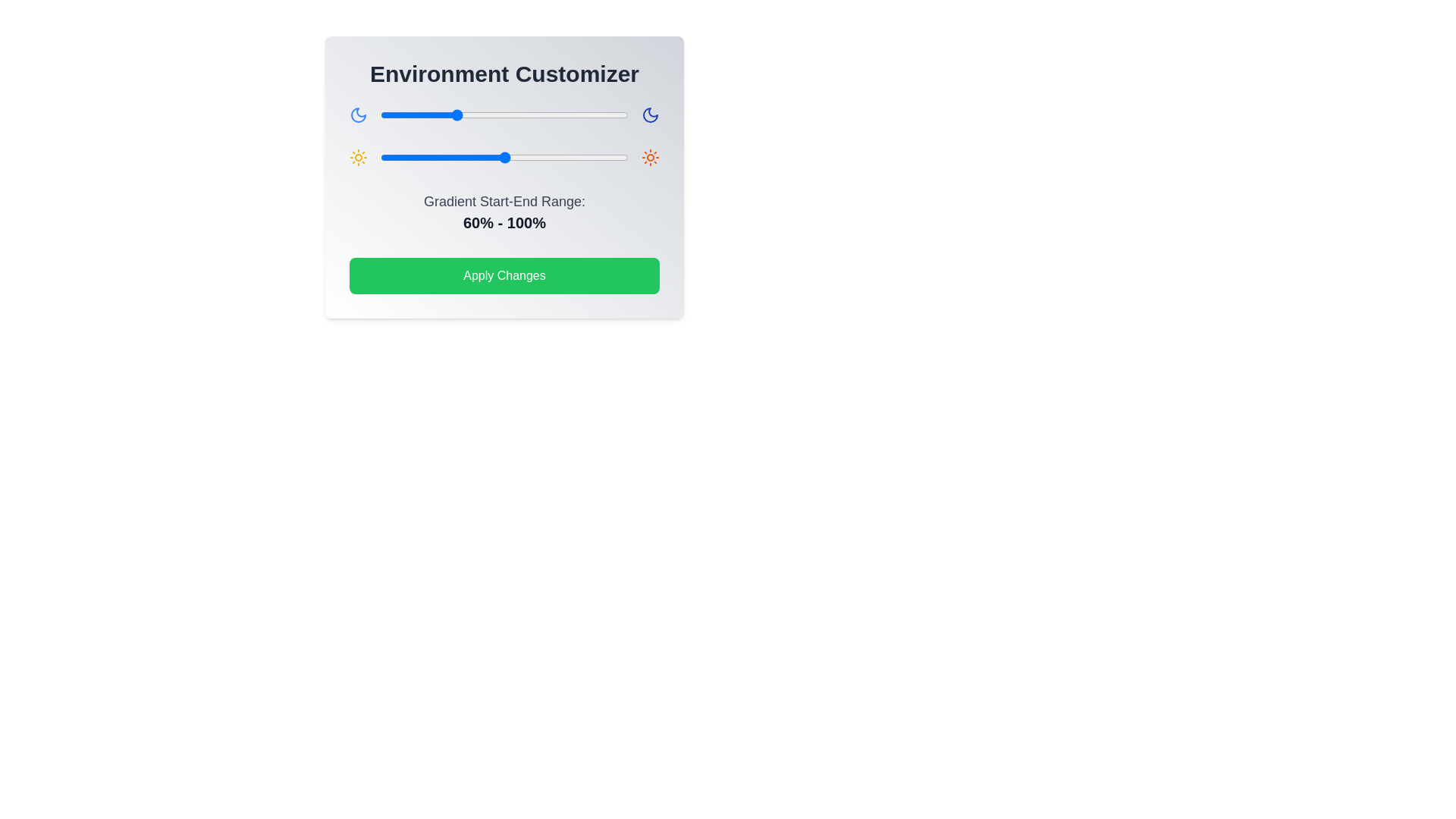  Describe the element at coordinates (587, 114) in the screenshot. I see `the gradient slider 0 to 167` at that location.